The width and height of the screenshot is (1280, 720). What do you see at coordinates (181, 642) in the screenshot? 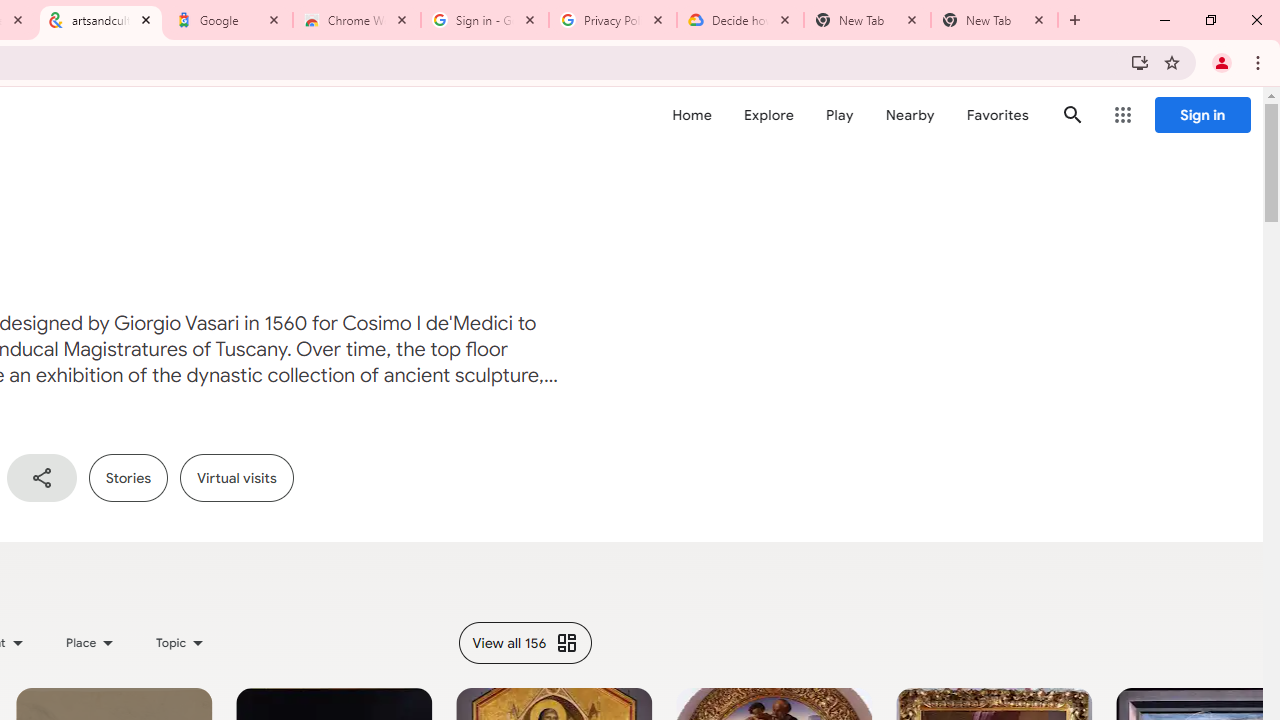
I see `'Topic'` at bounding box center [181, 642].